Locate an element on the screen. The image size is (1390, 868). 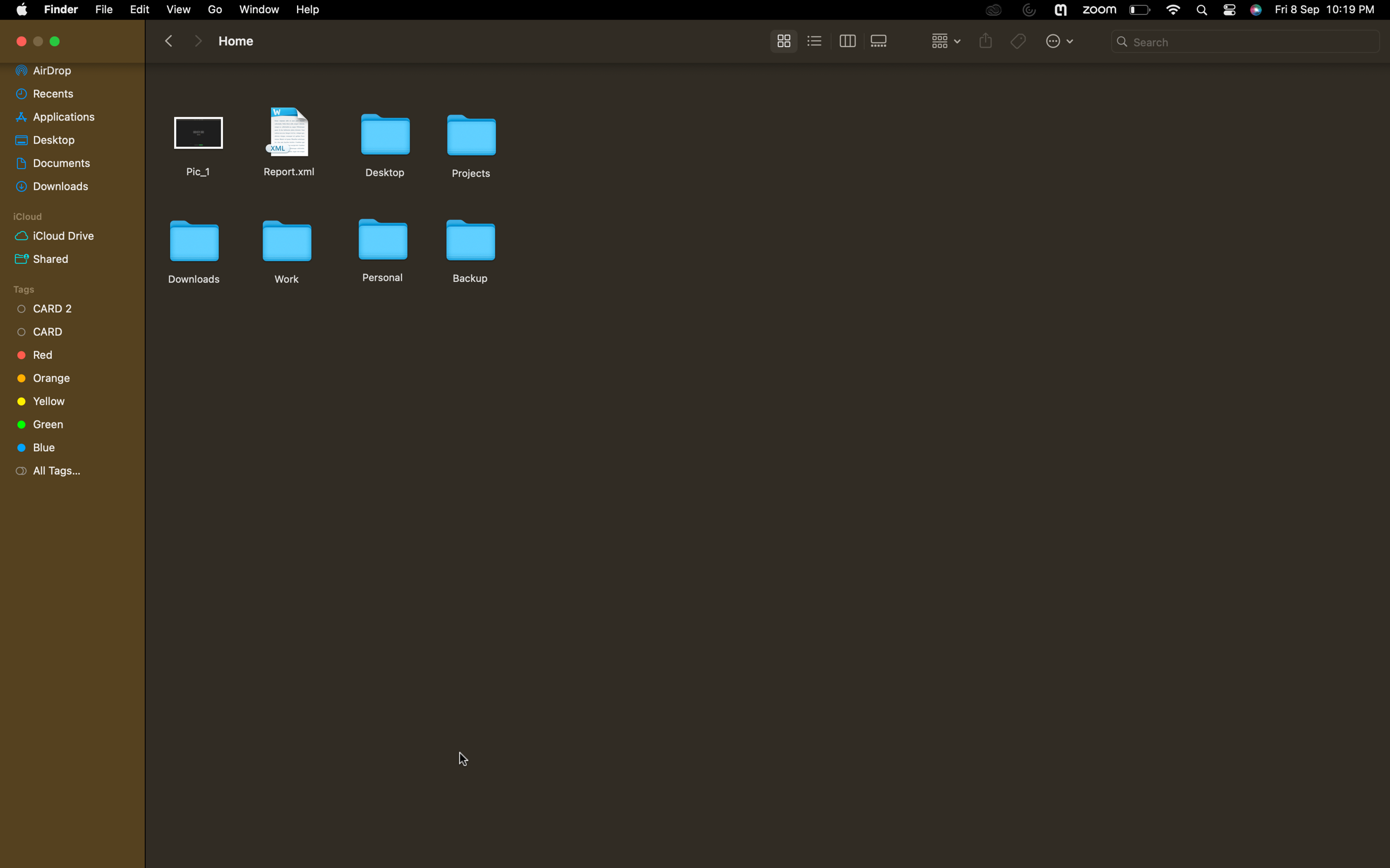
Erase the initial file is located at coordinates (200, 141).